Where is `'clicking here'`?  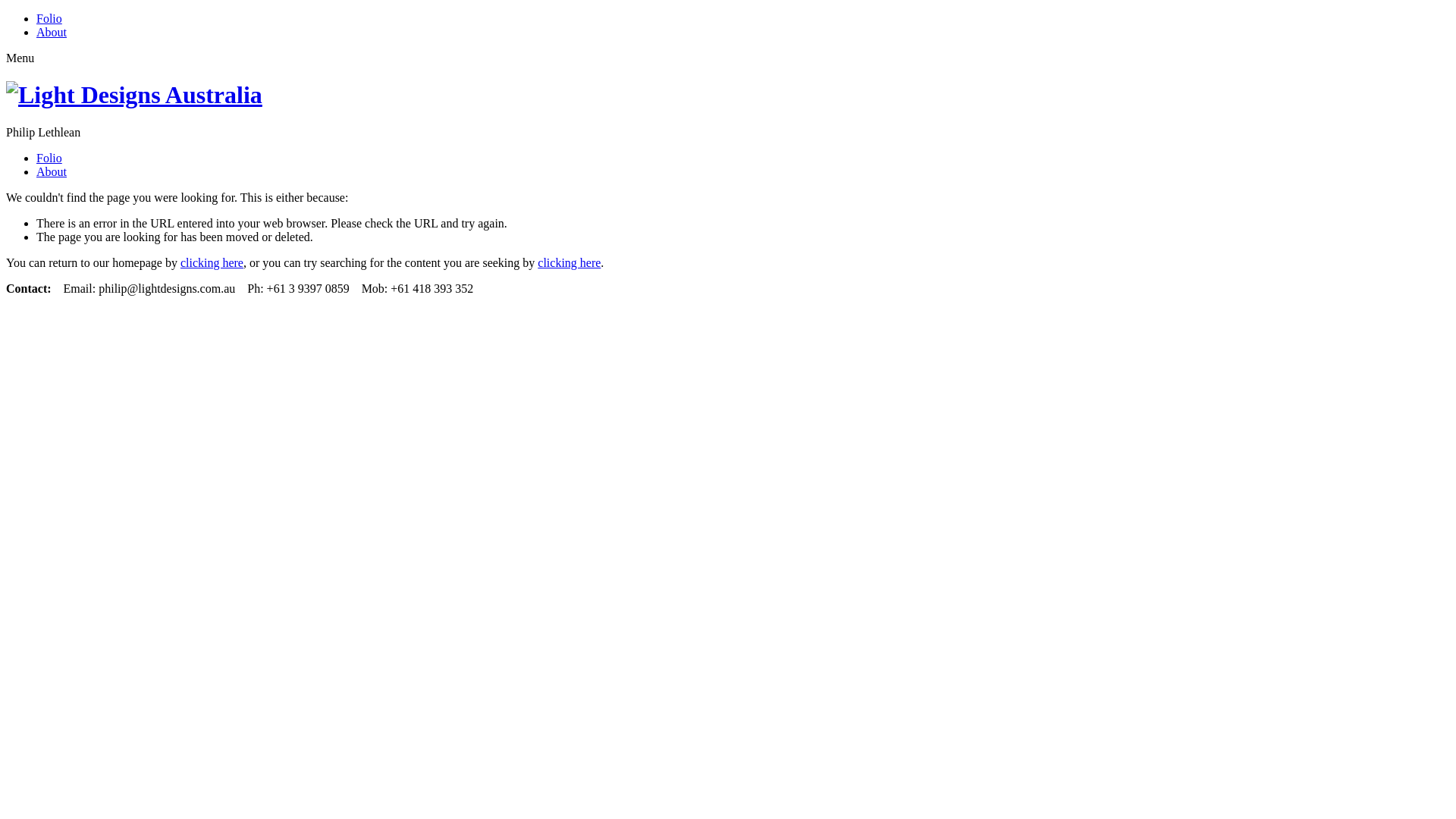 'clicking here' is located at coordinates (568, 262).